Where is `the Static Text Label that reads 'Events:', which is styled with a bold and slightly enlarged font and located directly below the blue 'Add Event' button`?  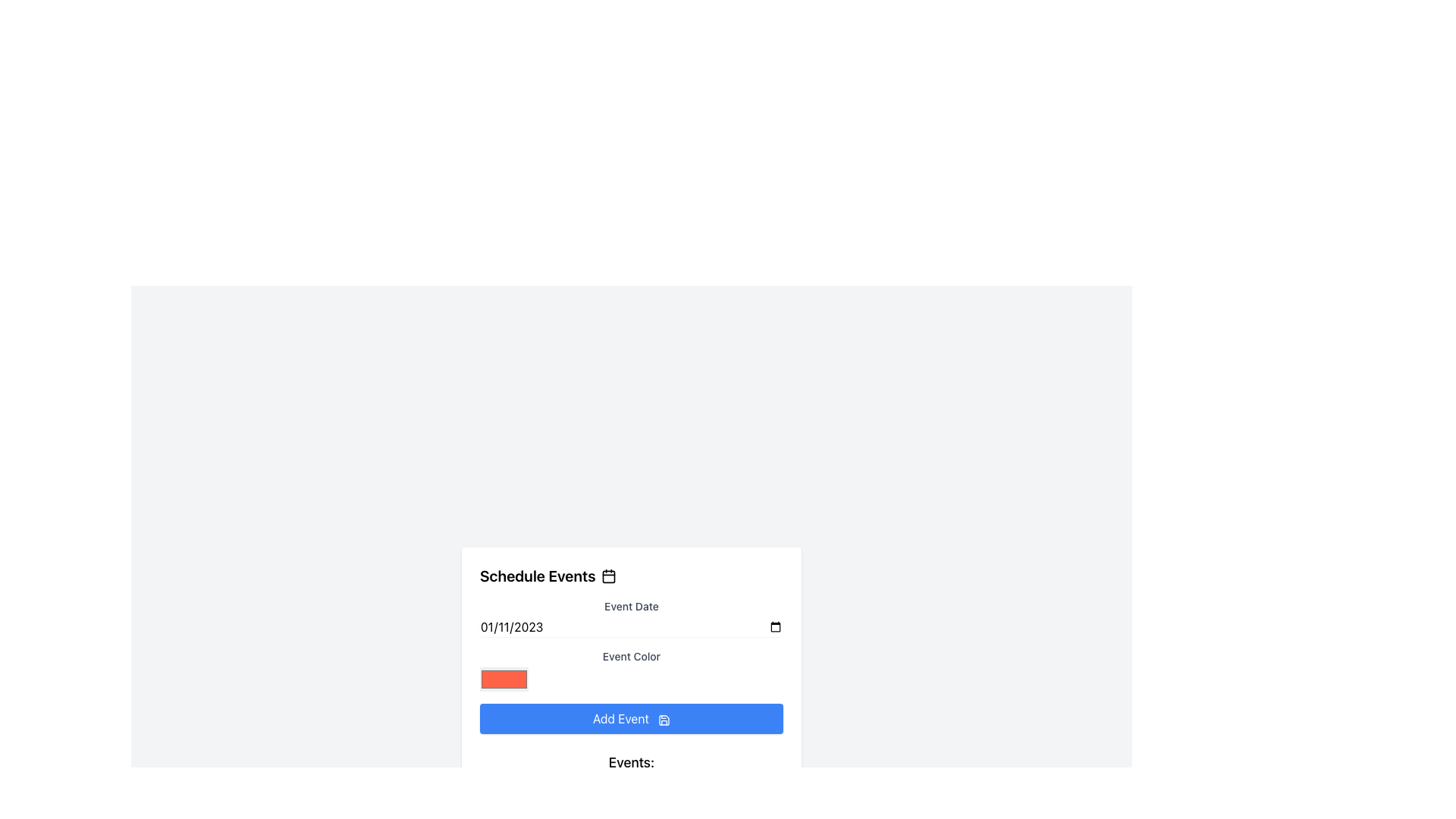
the Static Text Label that reads 'Events:', which is styled with a bold and slightly enlarged font and located directly below the blue 'Add Event' button is located at coordinates (632, 763).